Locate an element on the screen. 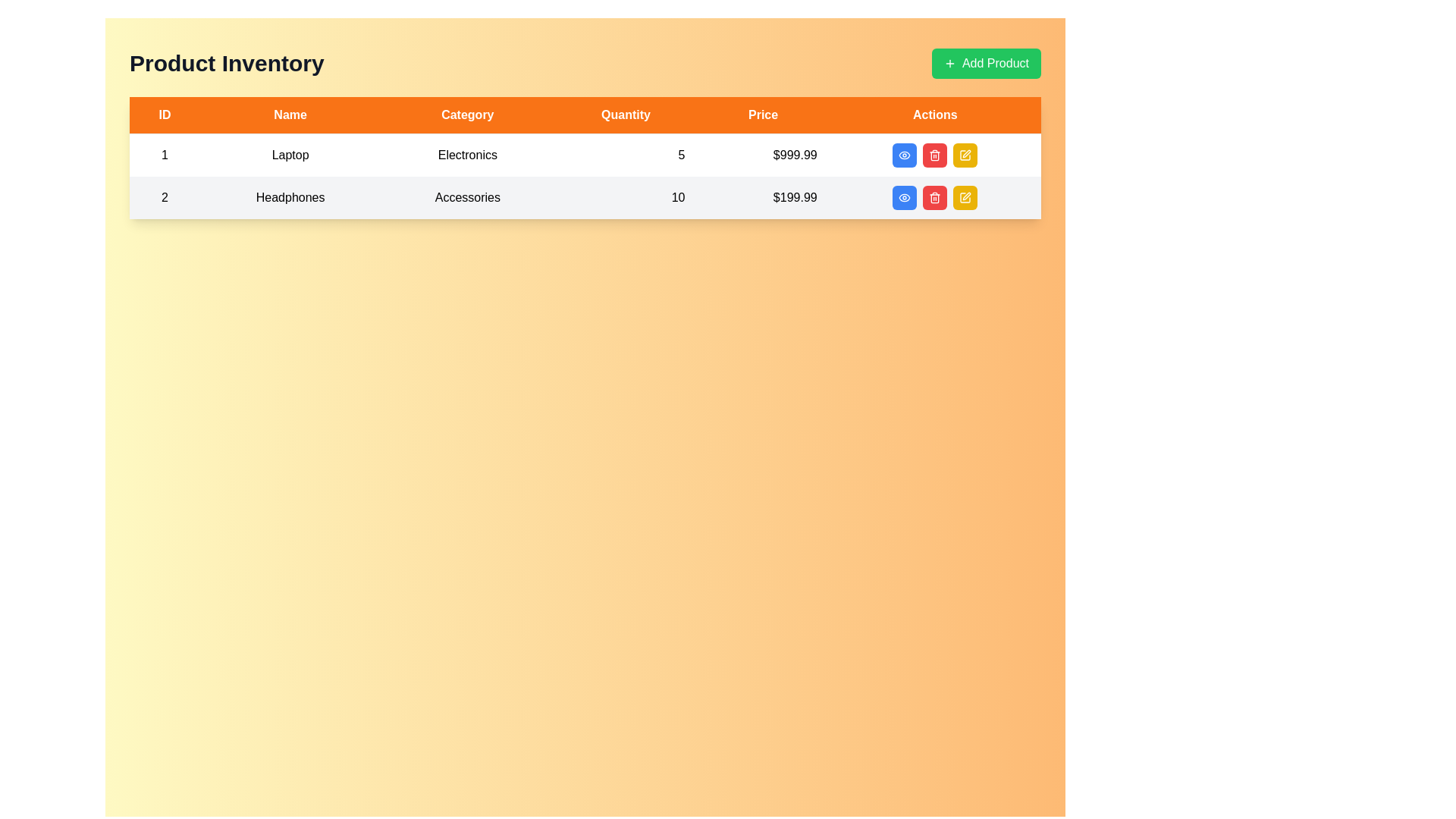 The image size is (1456, 819). the icon for observing or viewing details in the second row of the 'Actions' column in the table is located at coordinates (905, 155).